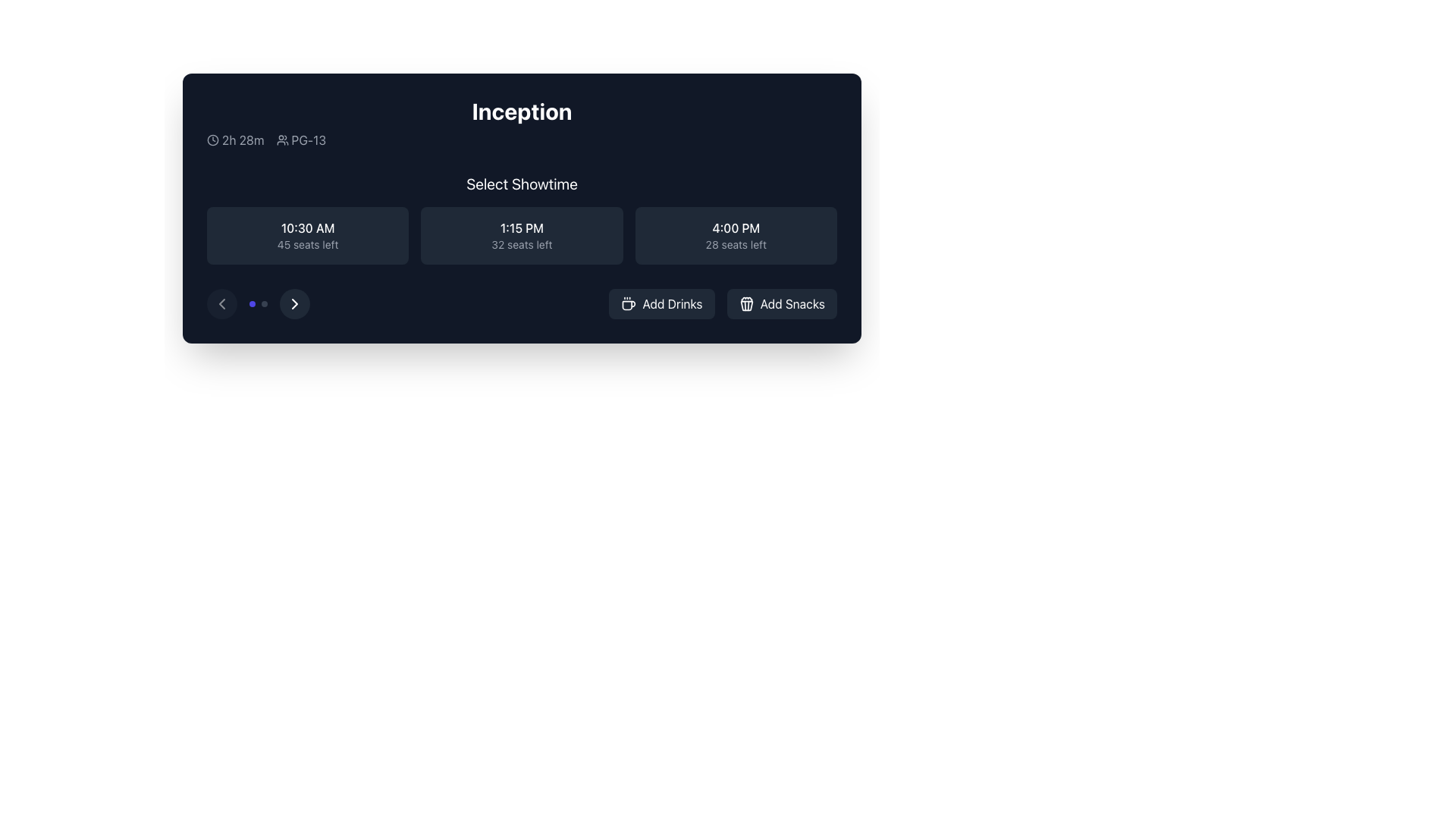 The height and width of the screenshot is (819, 1456). I want to click on the header label that guides the user to the showtime selection area, which is centered horizontally above the interactive buttons, so click(522, 184).